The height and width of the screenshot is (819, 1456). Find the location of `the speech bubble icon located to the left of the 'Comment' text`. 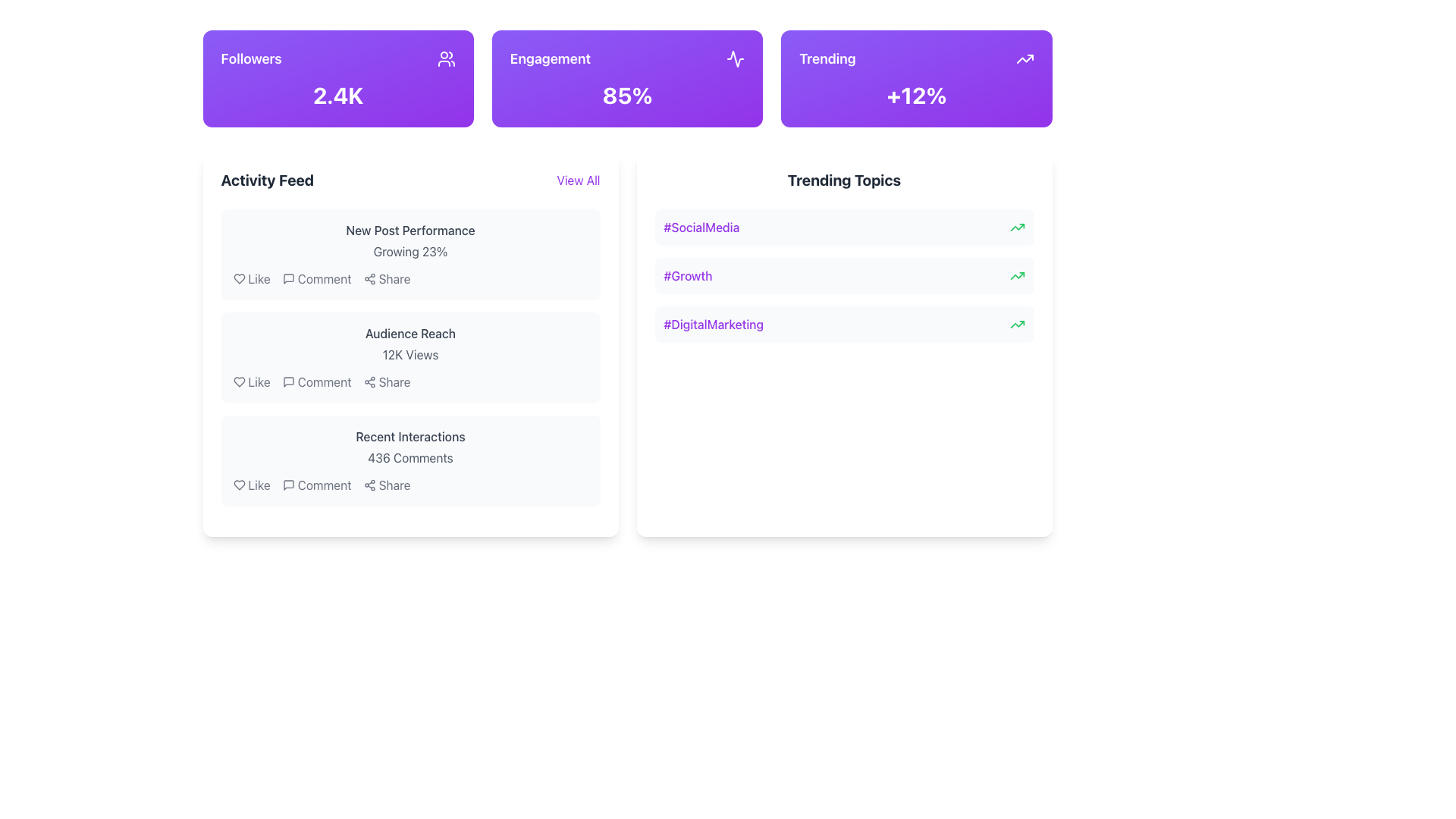

the speech bubble icon located to the left of the 'Comment' text is located at coordinates (288, 381).